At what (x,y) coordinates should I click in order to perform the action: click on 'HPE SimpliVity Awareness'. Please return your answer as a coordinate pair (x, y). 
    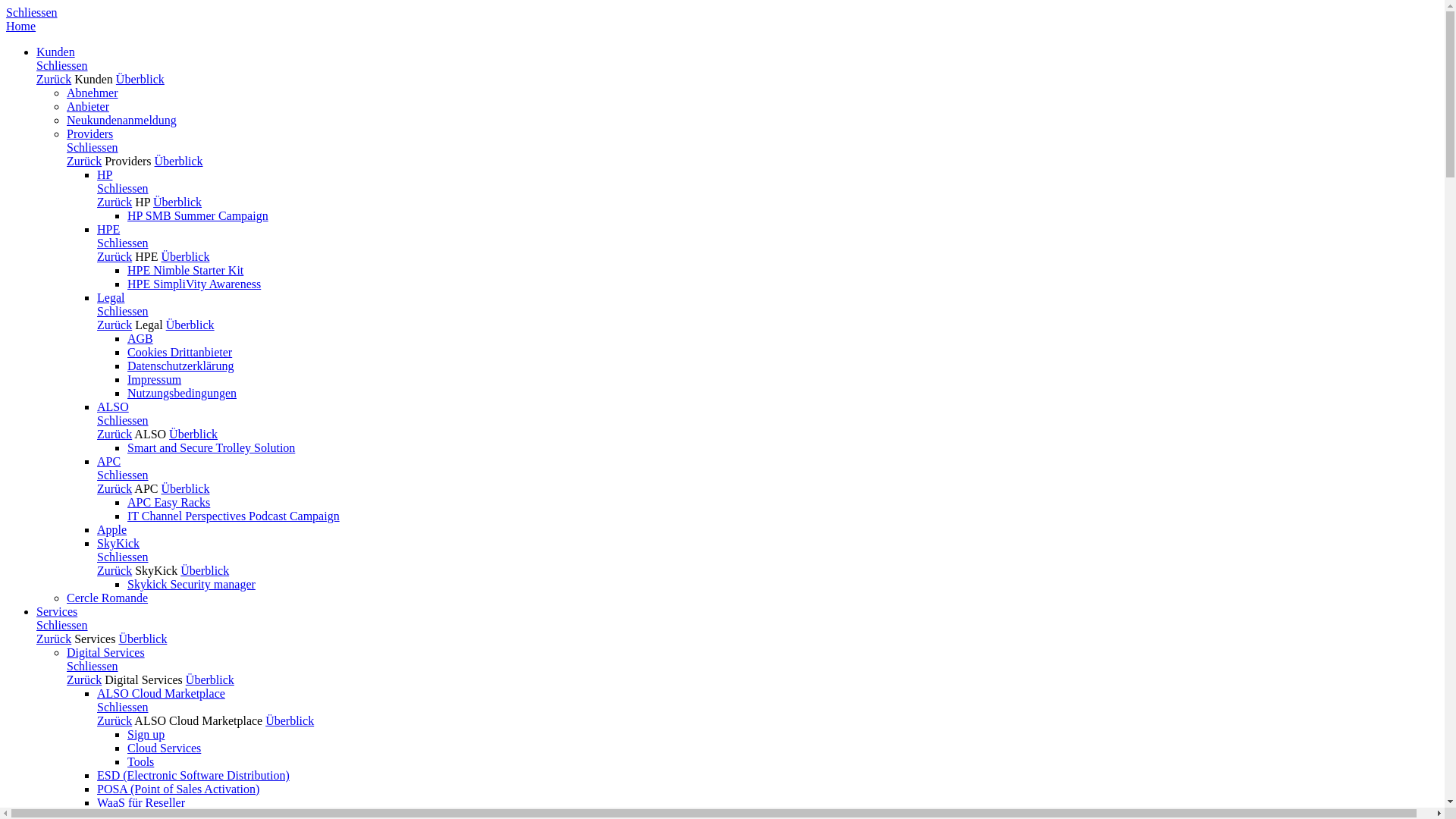
    Looking at the image, I should click on (193, 284).